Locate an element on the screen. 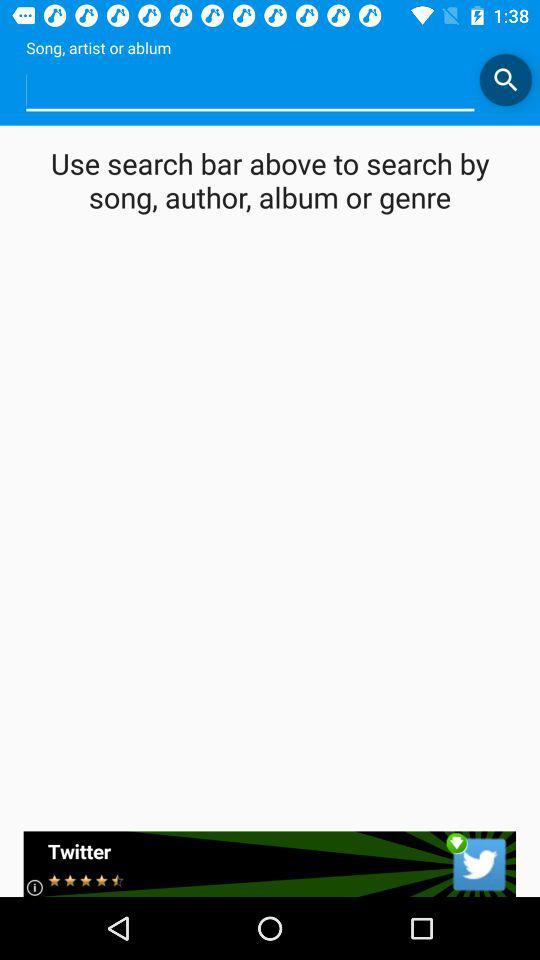  search for artist or album is located at coordinates (504, 79).